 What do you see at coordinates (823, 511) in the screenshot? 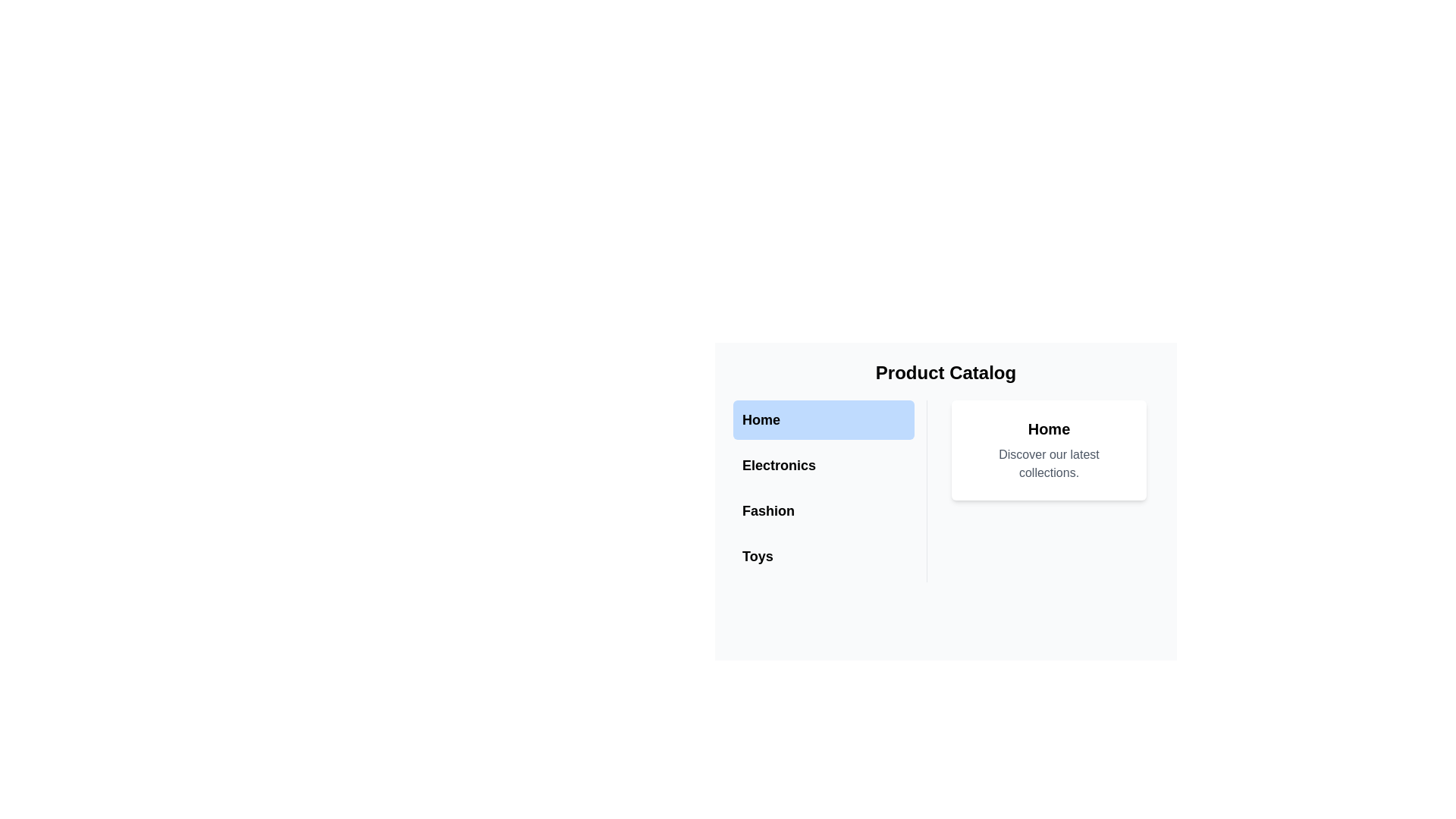
I see `the third category button in the sidebar` at bounding box center [823, 511].